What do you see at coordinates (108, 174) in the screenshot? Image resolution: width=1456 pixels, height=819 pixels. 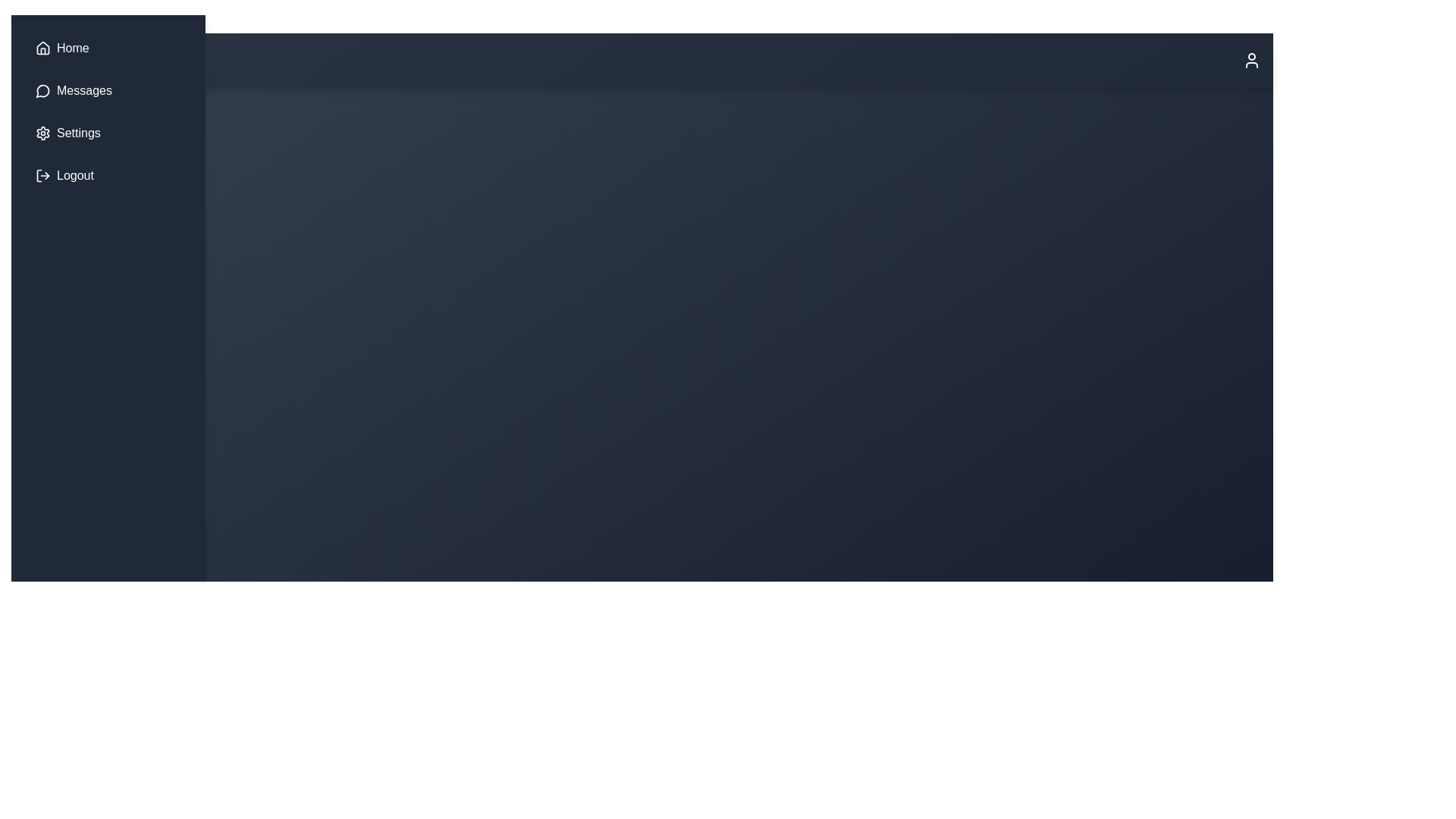 I see `the 'Logout' option in the navigation menu` at bounding box center [108, 174].